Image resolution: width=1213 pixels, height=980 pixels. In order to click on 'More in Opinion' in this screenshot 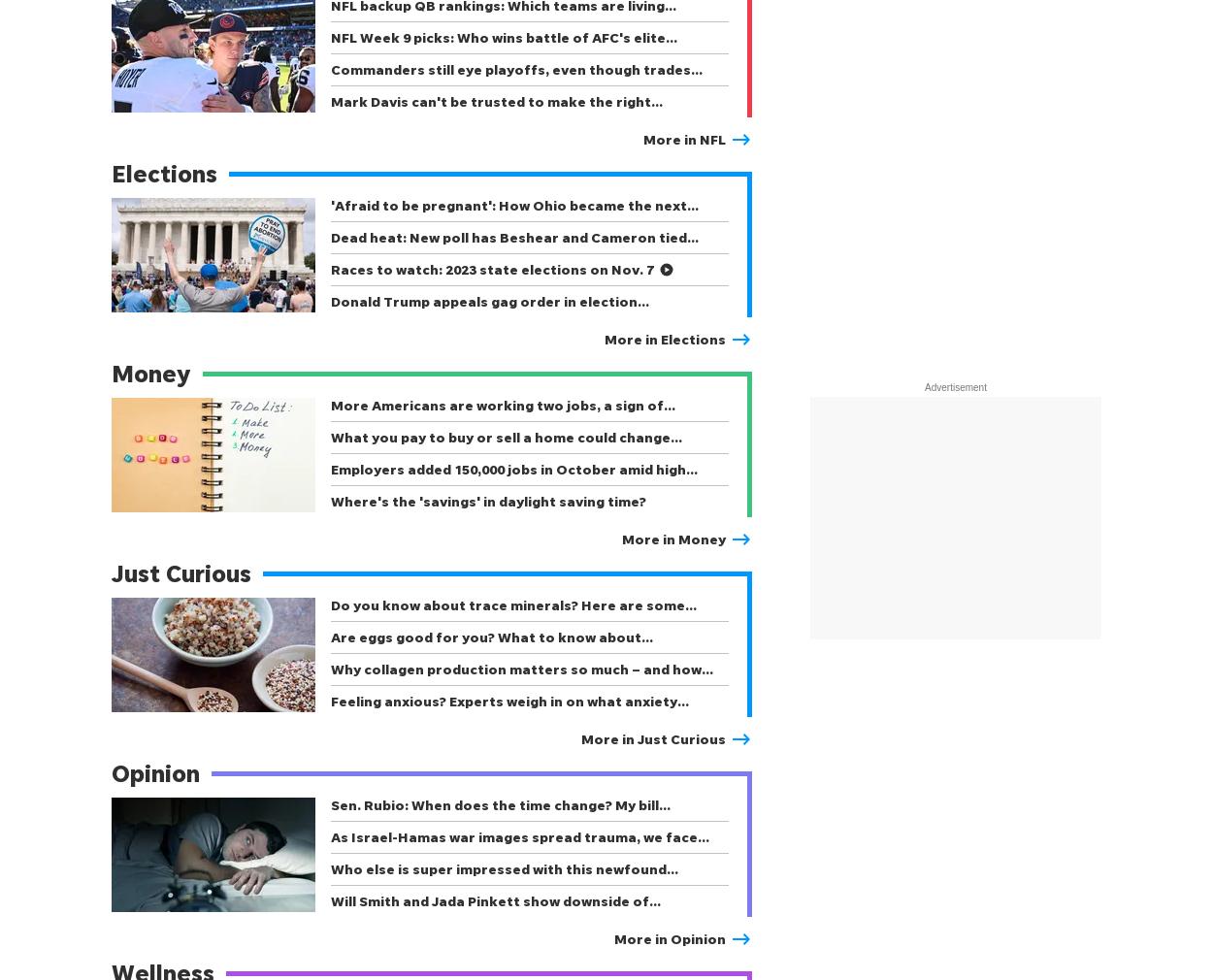, I will do `click(614, 938)`.